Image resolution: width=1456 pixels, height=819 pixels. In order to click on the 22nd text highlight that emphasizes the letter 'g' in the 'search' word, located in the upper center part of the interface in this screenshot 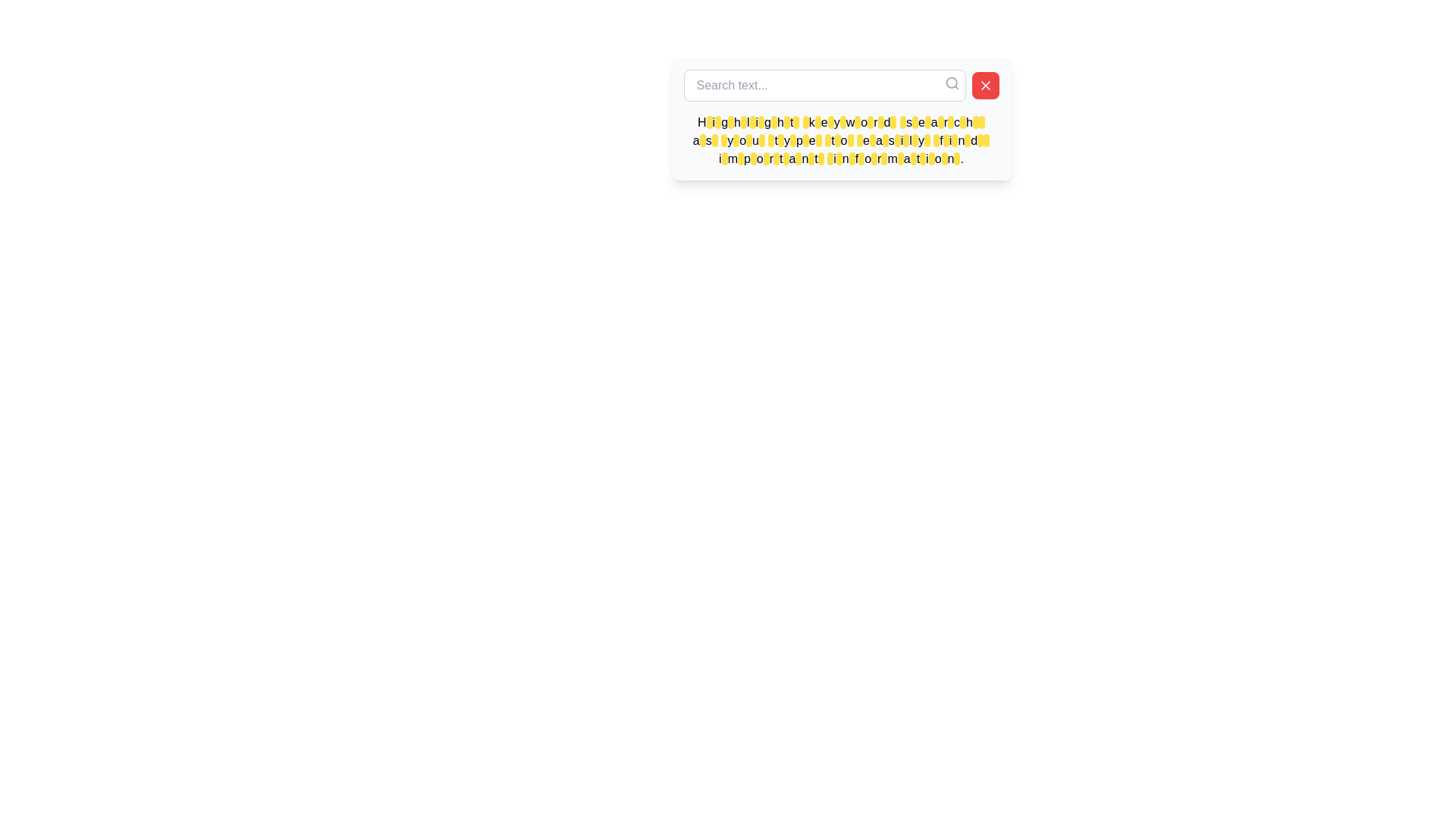, I will do `click(940, 121)`.